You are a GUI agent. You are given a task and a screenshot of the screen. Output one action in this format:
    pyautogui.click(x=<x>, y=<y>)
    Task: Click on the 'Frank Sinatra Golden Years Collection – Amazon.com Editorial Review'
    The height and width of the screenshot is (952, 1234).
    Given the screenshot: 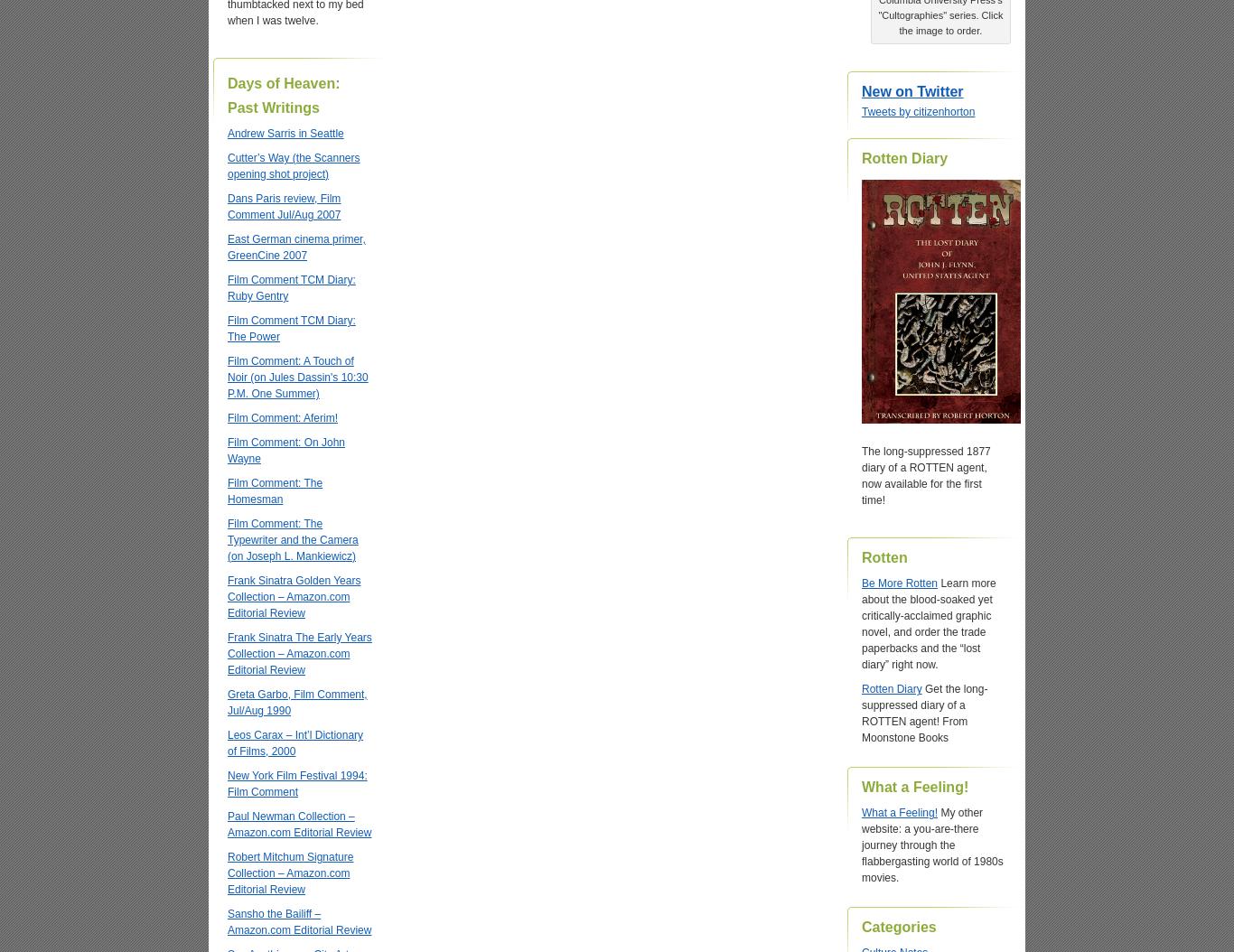 What is the action you would take?
    pyautogui.click(x=294, y=596)
    